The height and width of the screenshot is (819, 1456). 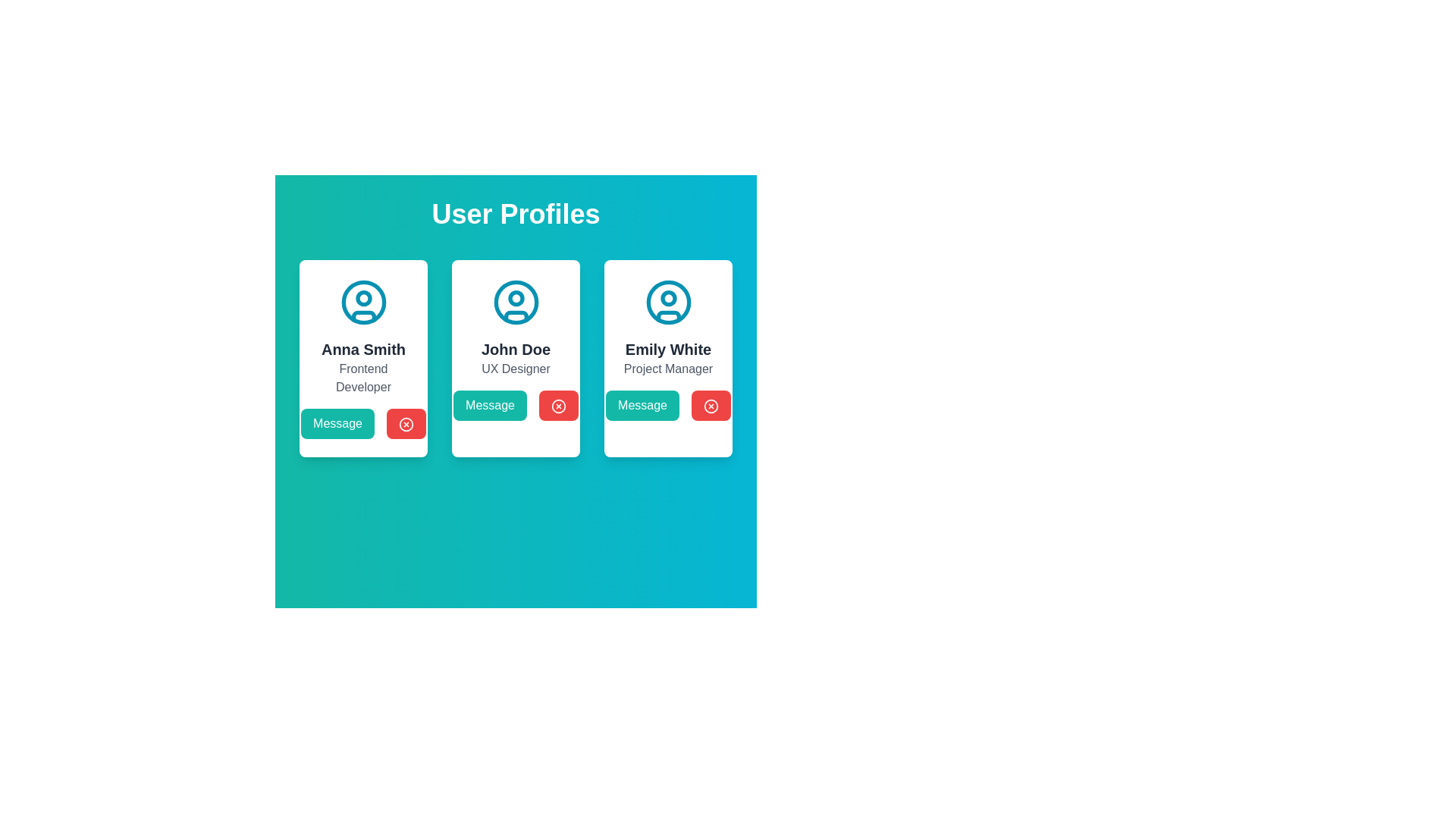 I want to click on the profile avatar icon representing 'John Doe', which has a cyan color and is located at the center of the card, so click(x=516, y=302).